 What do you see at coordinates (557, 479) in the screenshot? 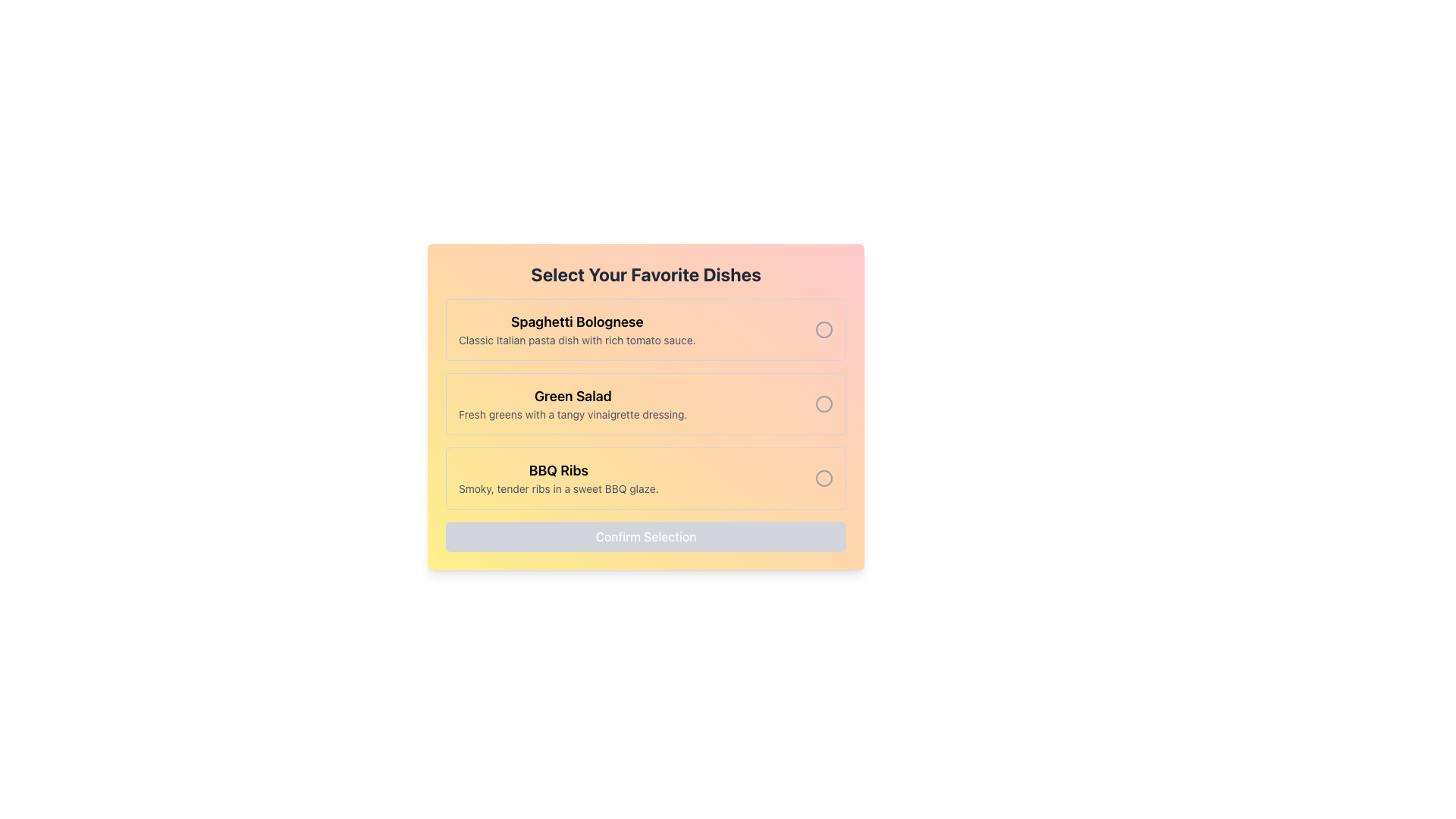
I see `text displayed in the second item of the selectable options list, which states 'BBQ Ribs' and its description 'Smoky, tender ribs in a sweet BBQ glaze.'` at bounding box center [557, 479].